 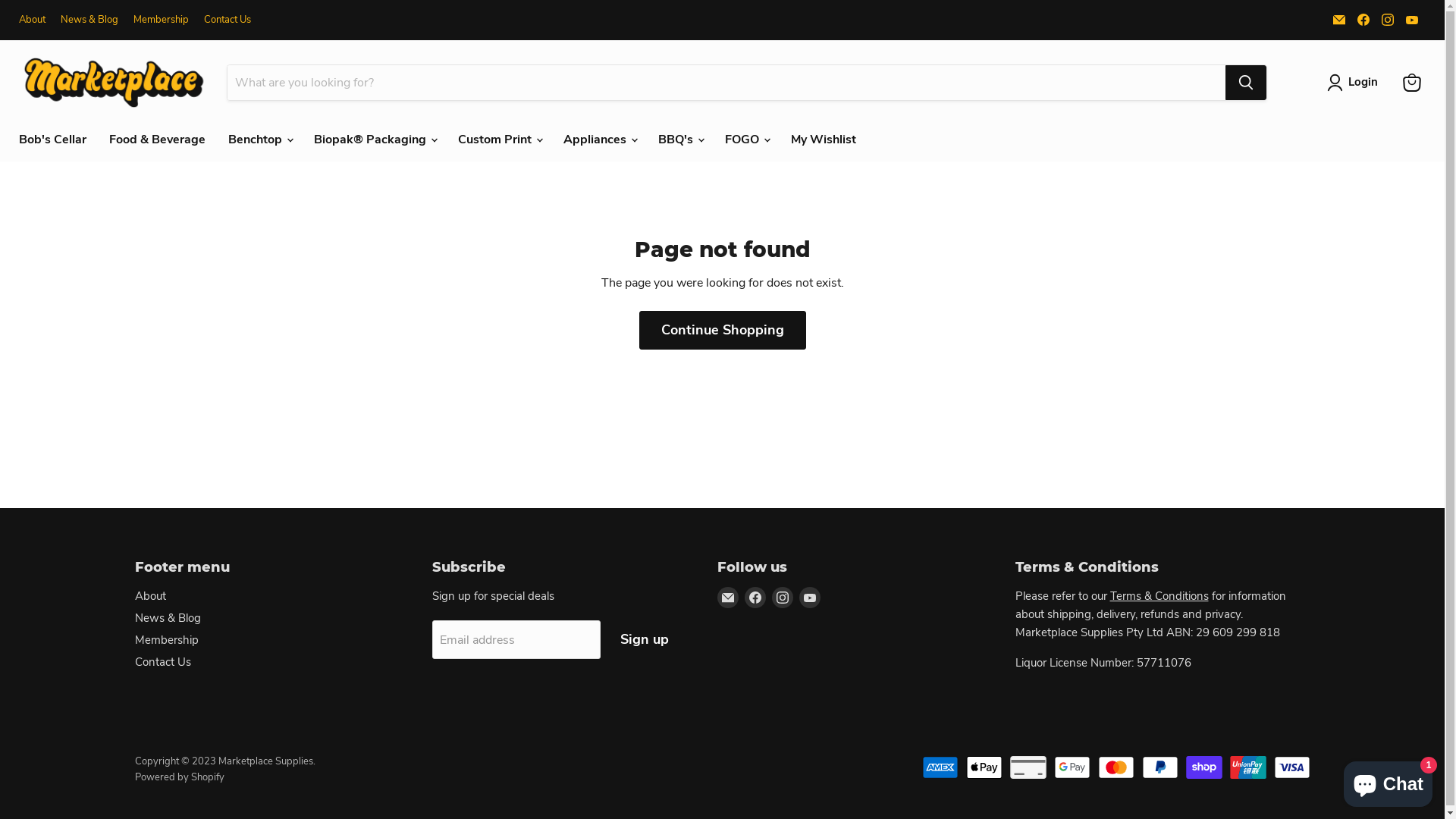 I want to click on 'View cart', so click(x=1411, y=82).